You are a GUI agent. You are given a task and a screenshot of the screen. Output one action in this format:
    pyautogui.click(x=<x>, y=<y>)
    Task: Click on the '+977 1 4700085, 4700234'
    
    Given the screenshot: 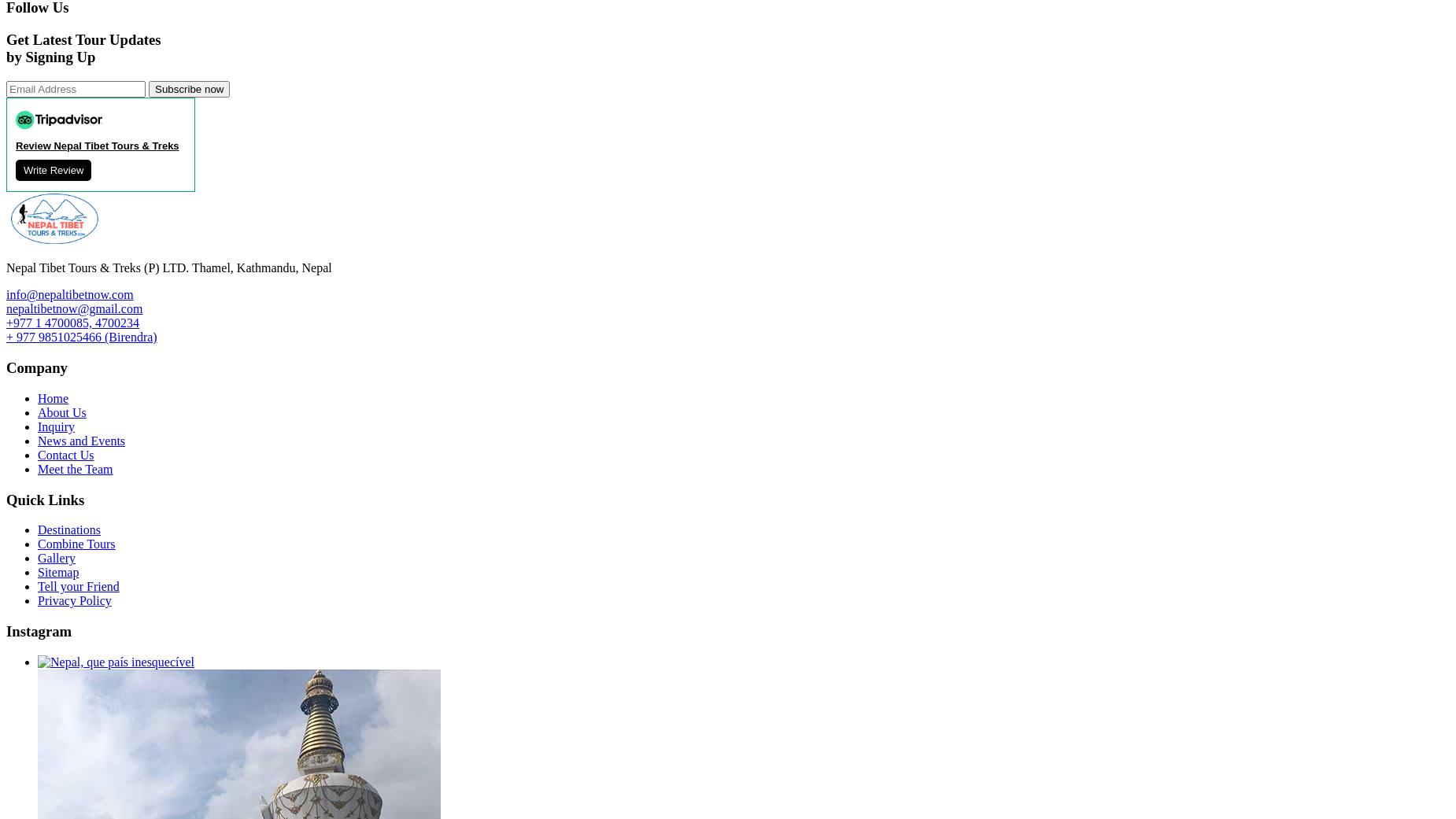 What is the action you would take?
    pyautogui.click(x=72, y=323)
    